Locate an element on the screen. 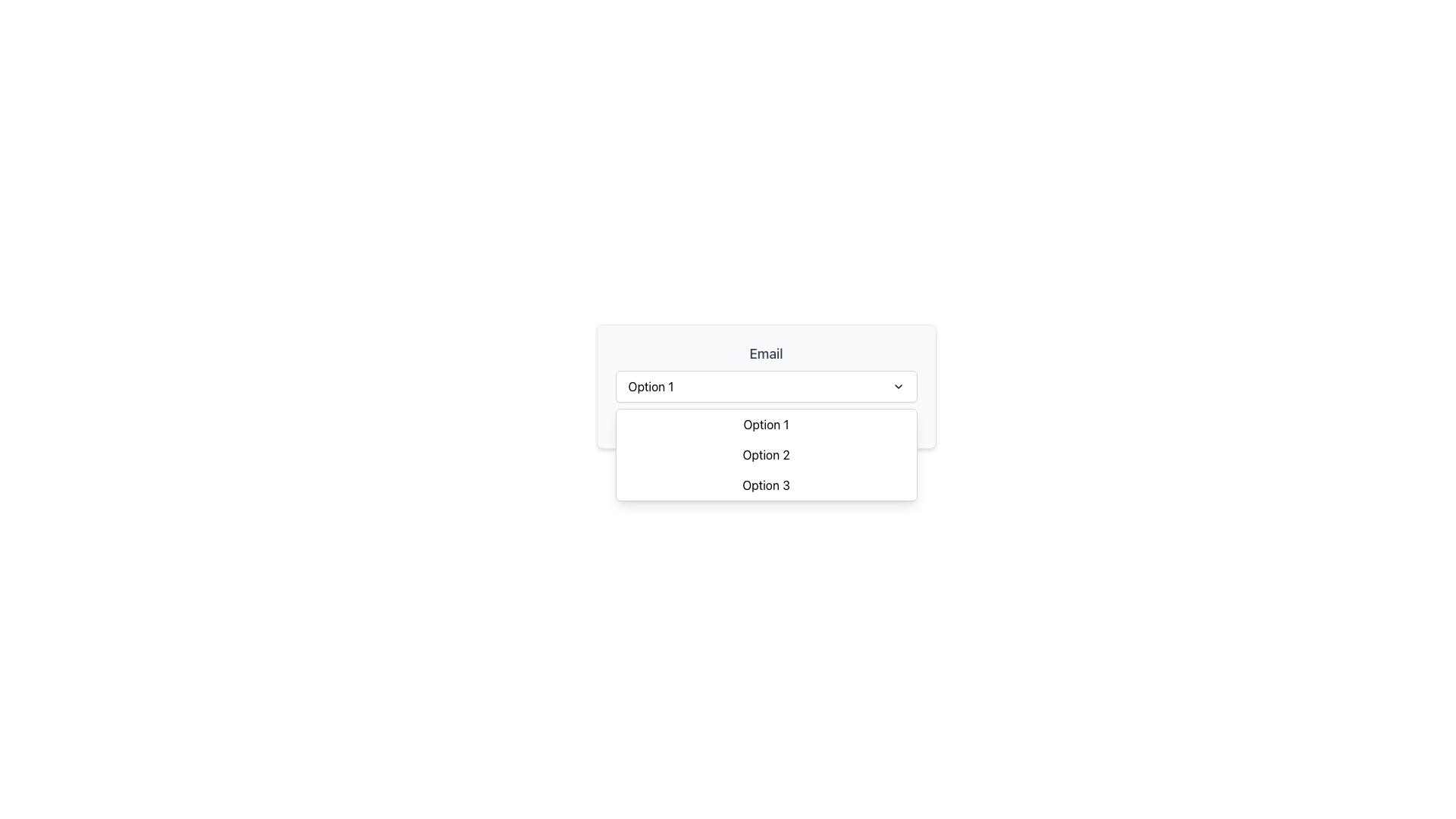 The height and width of the screenshot is (819, 1456). the second item in the dropdown menu located below the 'Email' control is located at coordinates (766, 454).